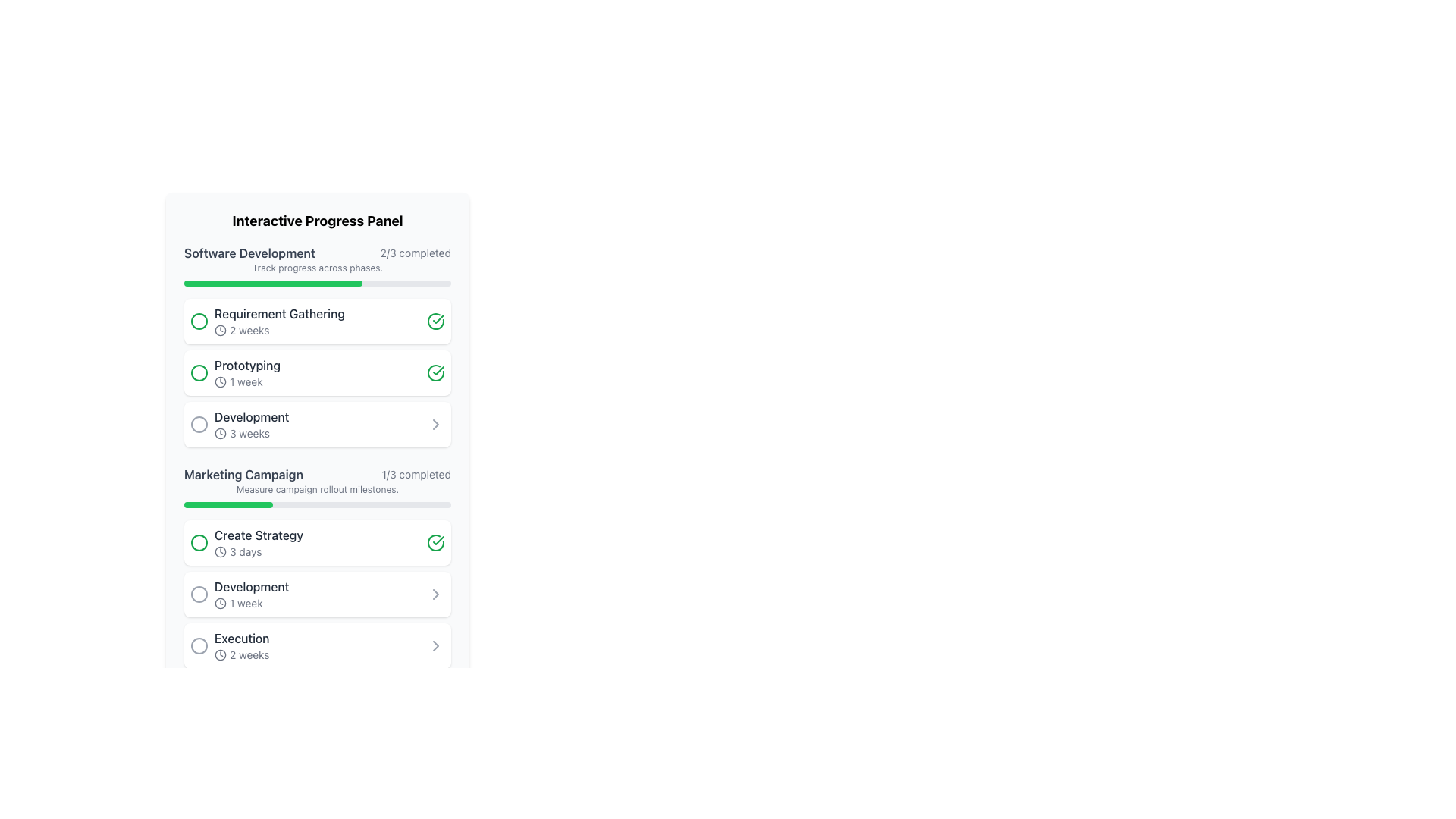 This screenshot has height=819, width=1456. I want to click on the text label element labeled 'Execution' within the 'Marketing Campaign' section to identify the task or phase, so click(241, 638).